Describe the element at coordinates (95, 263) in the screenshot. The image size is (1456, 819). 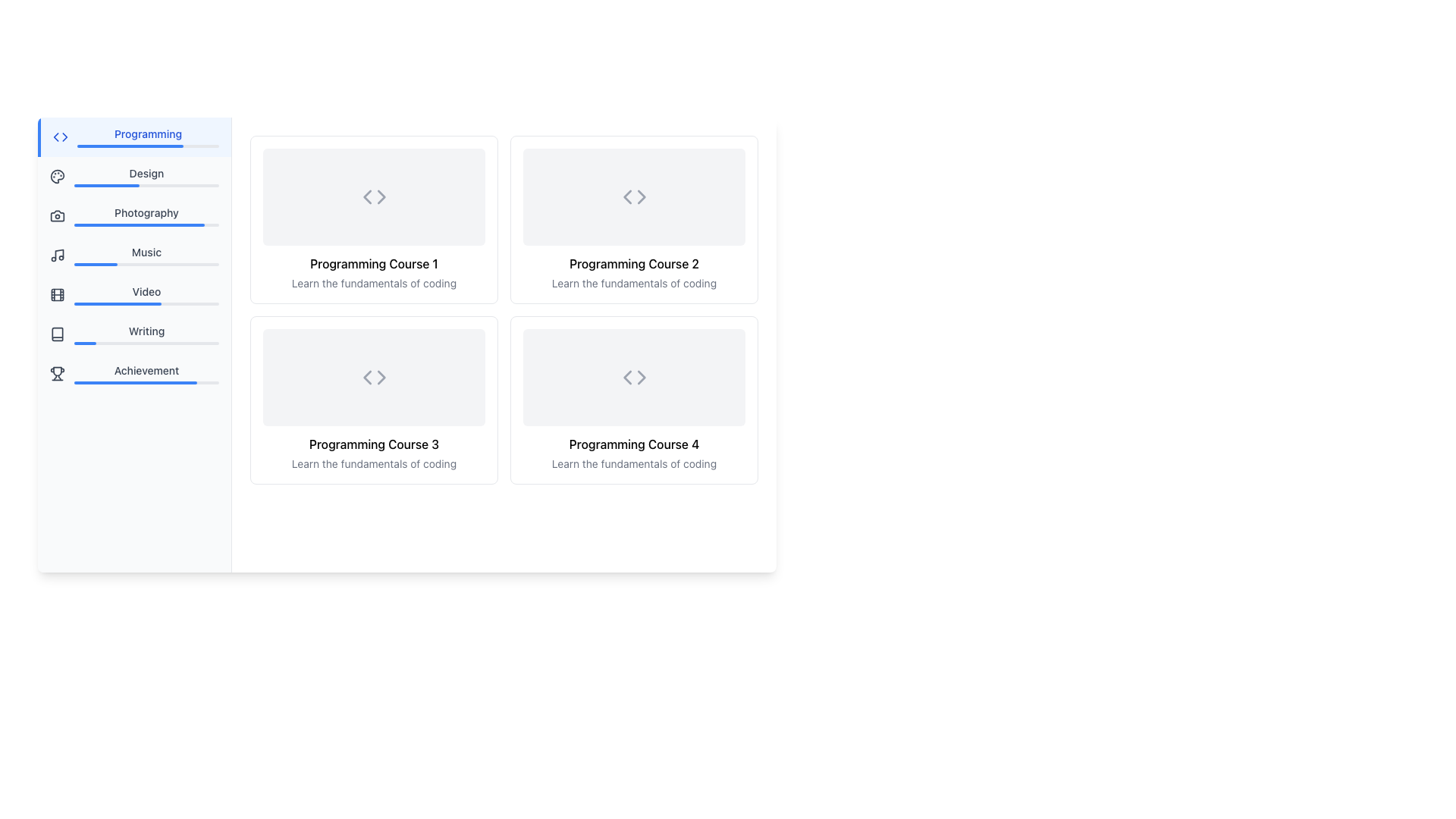
I see `the active segment of the progress bar for the 'Music' category, which visually indicates progress within the left navigation panel` at that location.